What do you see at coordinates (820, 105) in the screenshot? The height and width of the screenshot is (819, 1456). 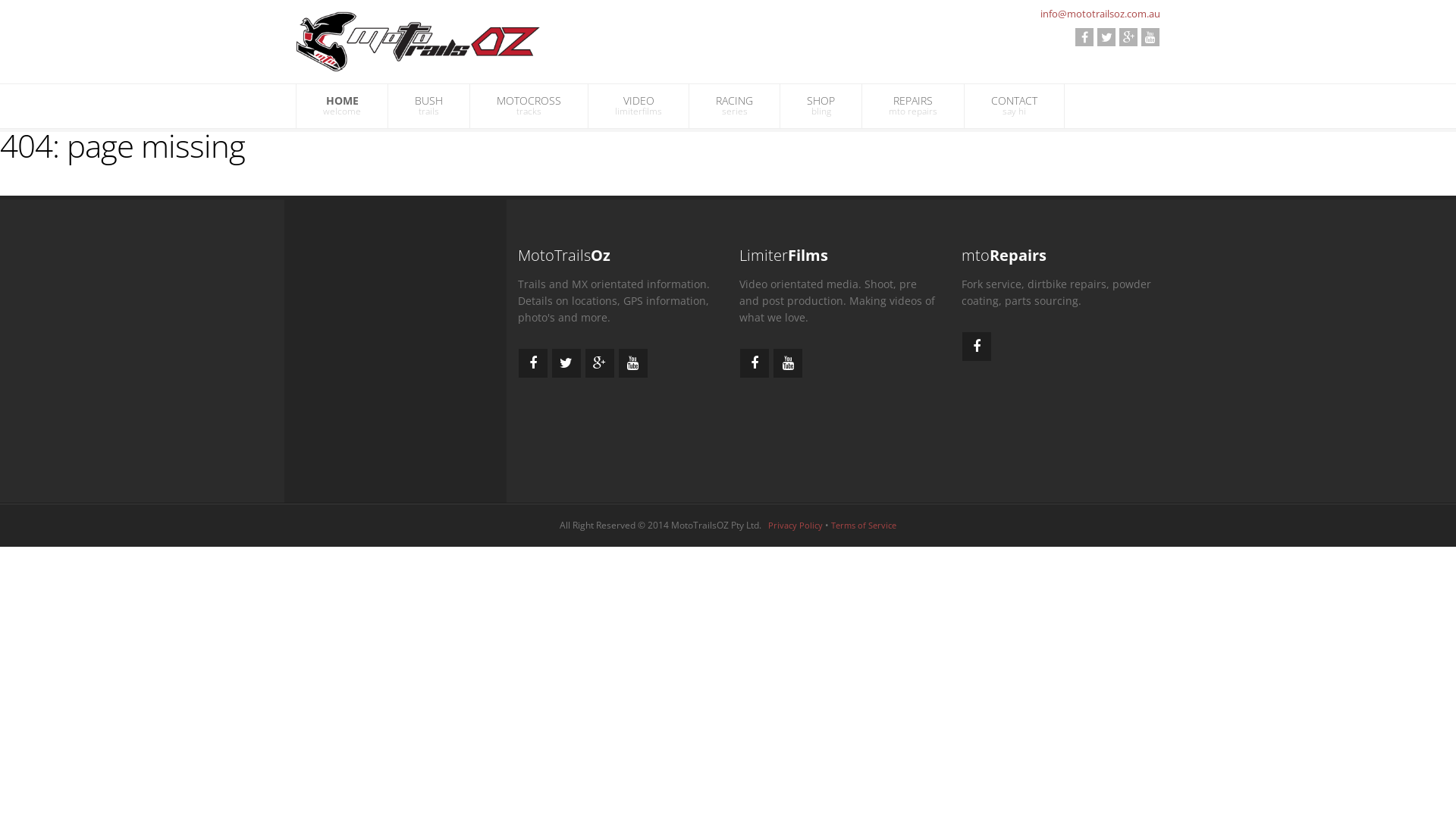 I see `'SHOP` at bounding box center [820, 105].